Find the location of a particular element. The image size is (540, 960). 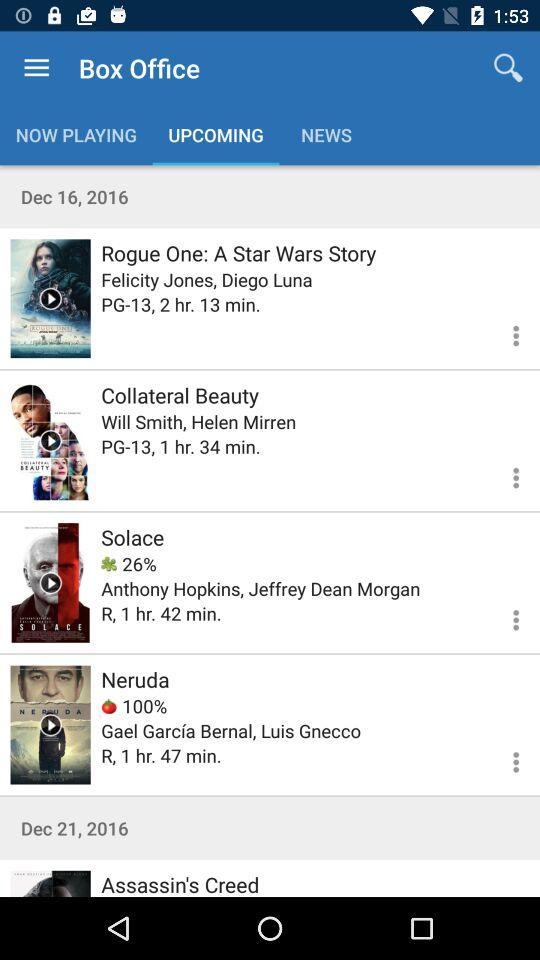

will smith helen icon is located at coordinates (198, 421).